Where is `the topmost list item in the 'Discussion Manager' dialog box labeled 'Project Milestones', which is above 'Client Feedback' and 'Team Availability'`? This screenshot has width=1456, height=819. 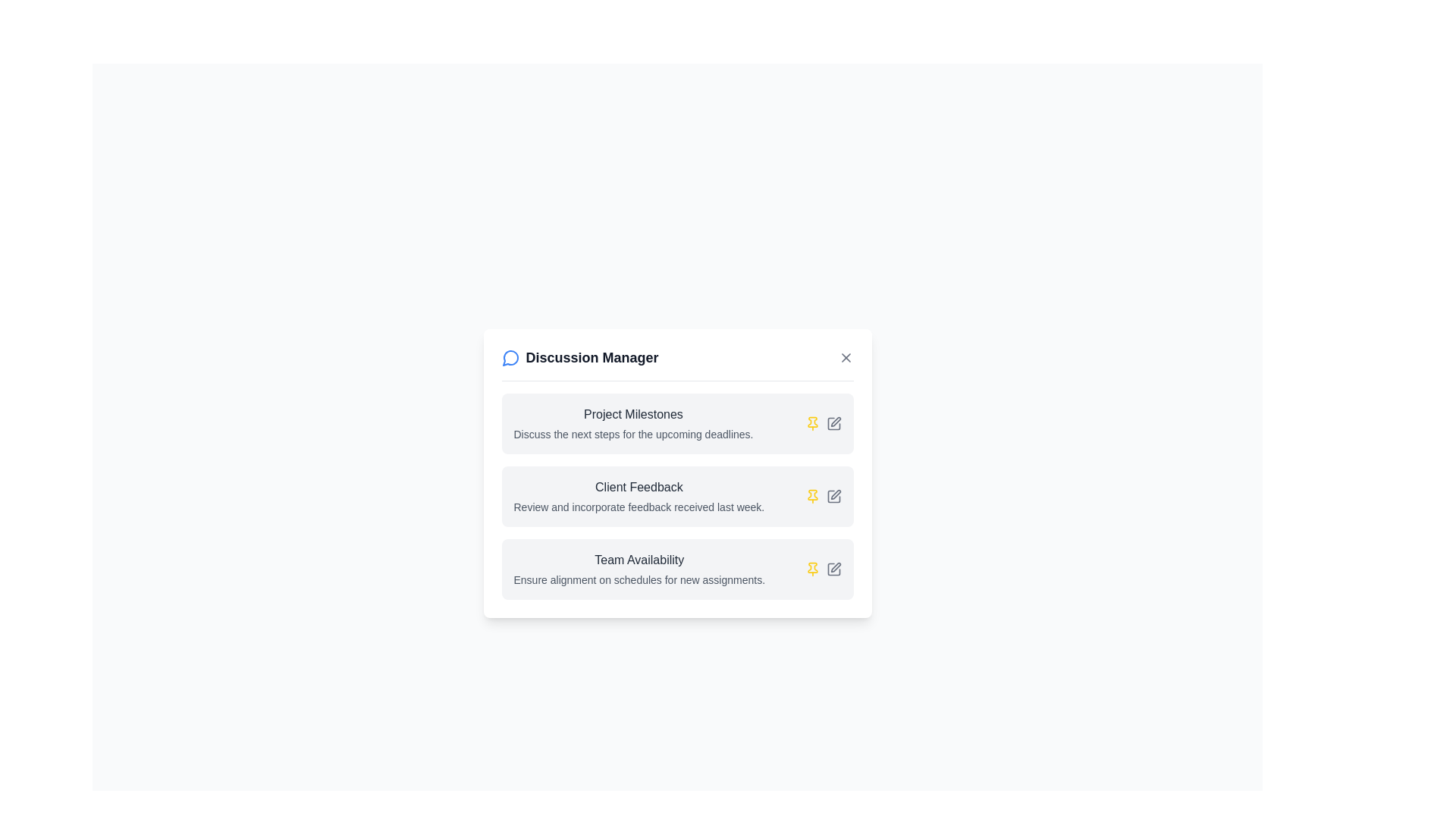
the topmost list item in the 'Discussion Manager' dialog box labeled 'Project Milestones', which is above 'Client Feedback' and 'Team Availability' is located at coordinates (676, 423).